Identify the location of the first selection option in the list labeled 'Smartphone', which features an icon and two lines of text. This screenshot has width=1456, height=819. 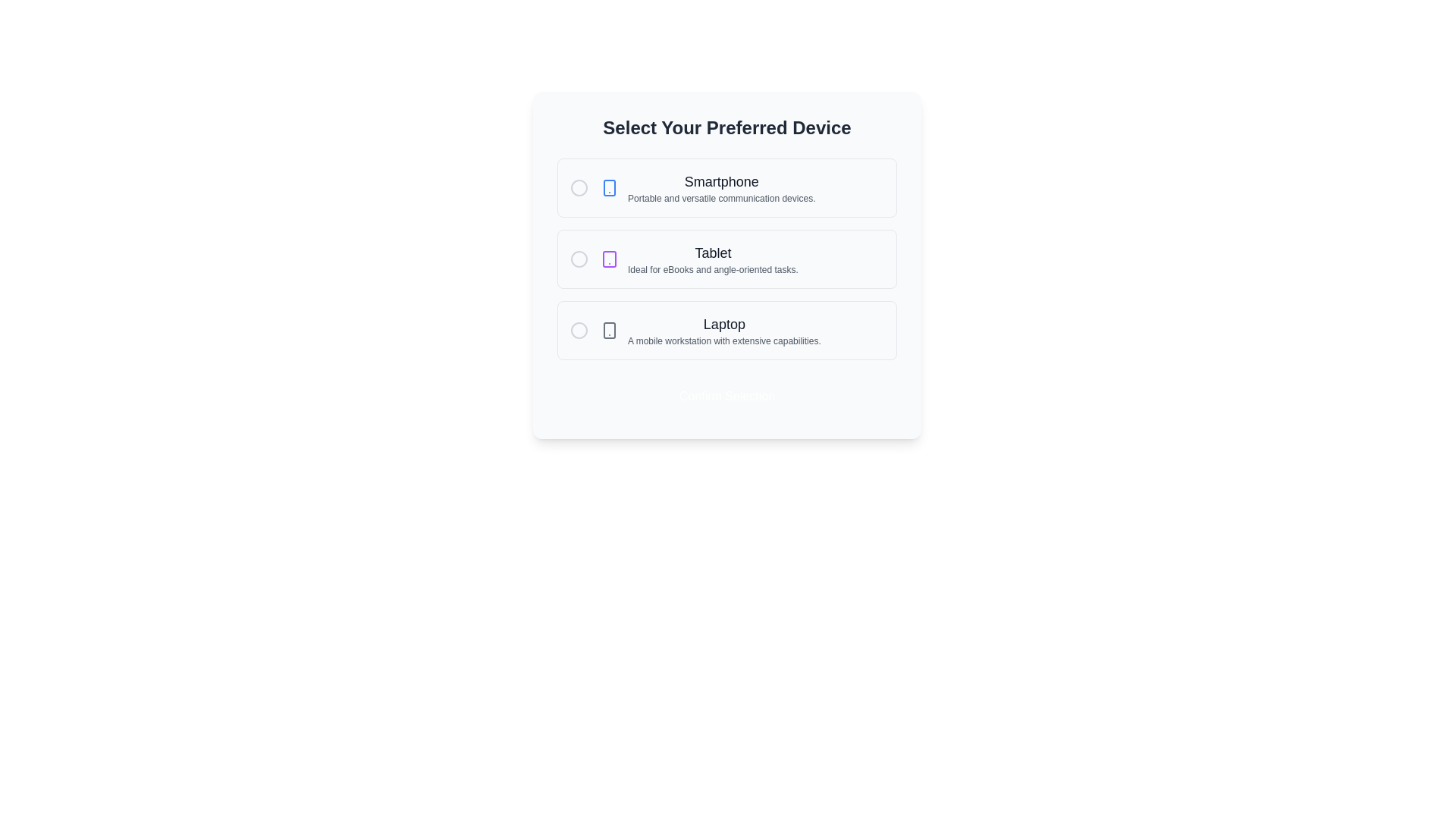
(707, 187).